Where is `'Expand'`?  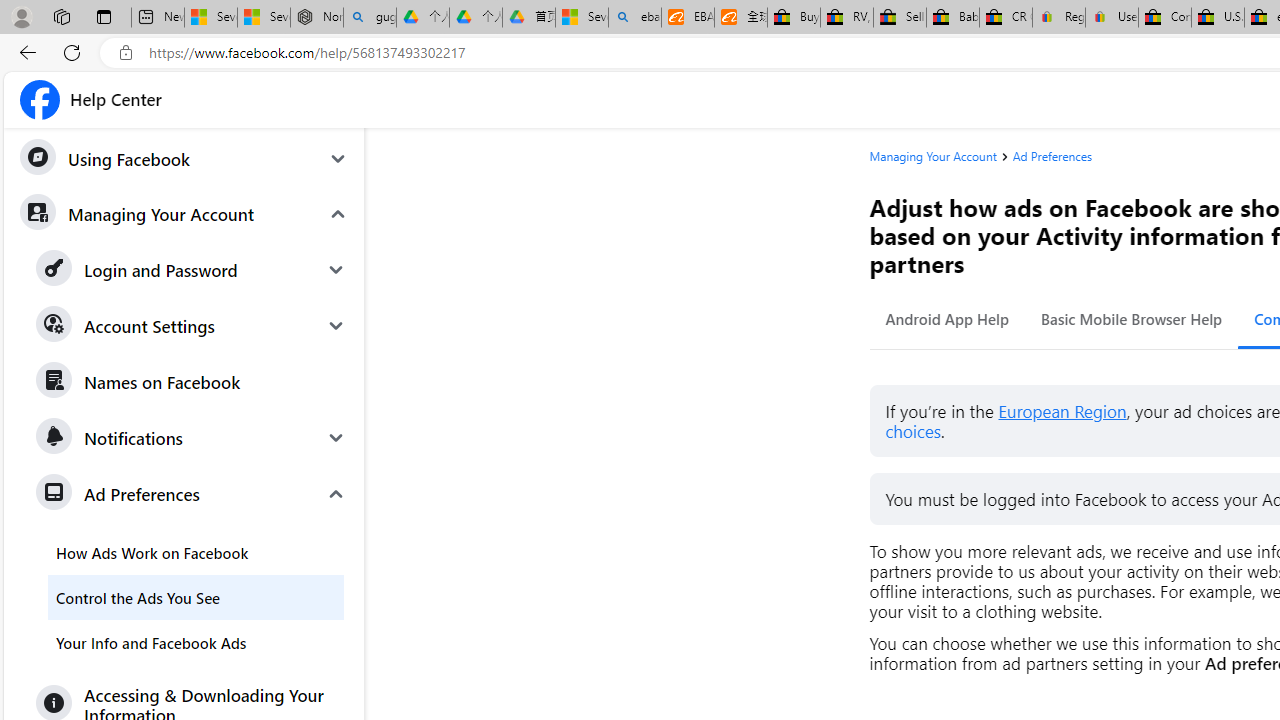 'Expand' is located at coordinates (336, 493).